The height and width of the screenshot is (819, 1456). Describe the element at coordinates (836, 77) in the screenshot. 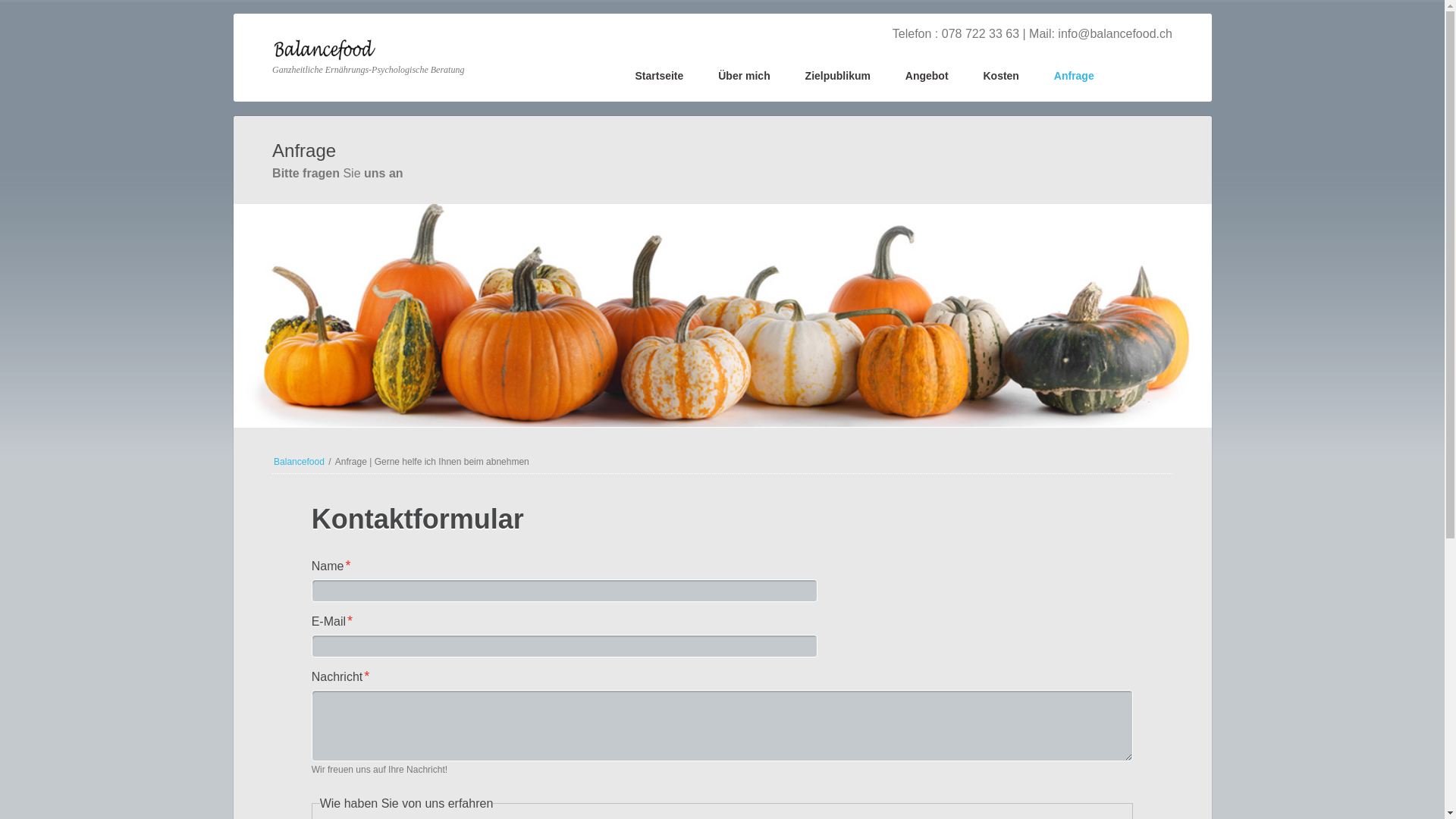

I see `'Zielpublikum'` at that location.